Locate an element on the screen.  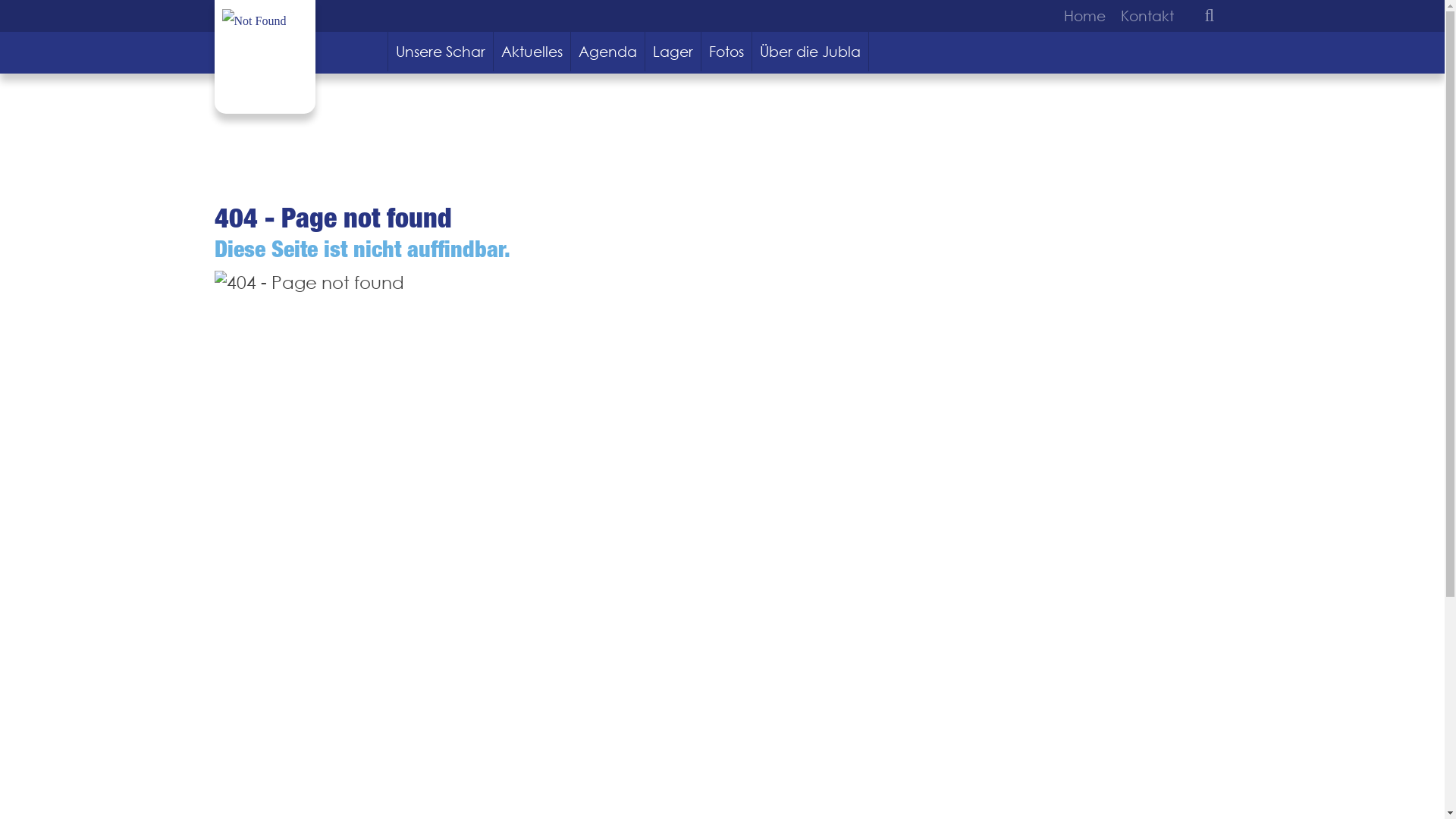
'Agenda' is located at coordinates (607, 51).